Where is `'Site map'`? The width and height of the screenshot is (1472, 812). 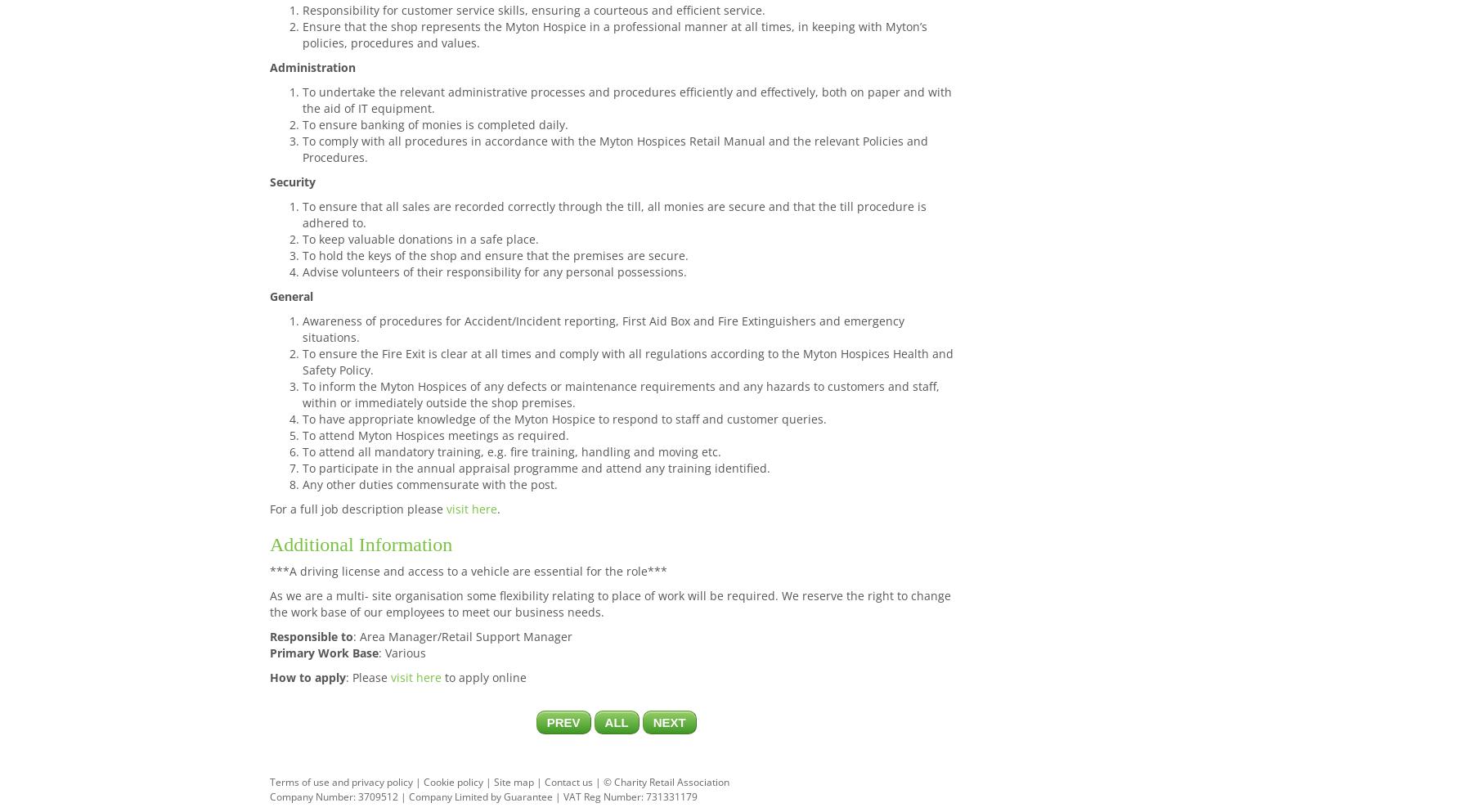 'Site map' is located at coordinates (514, 782).